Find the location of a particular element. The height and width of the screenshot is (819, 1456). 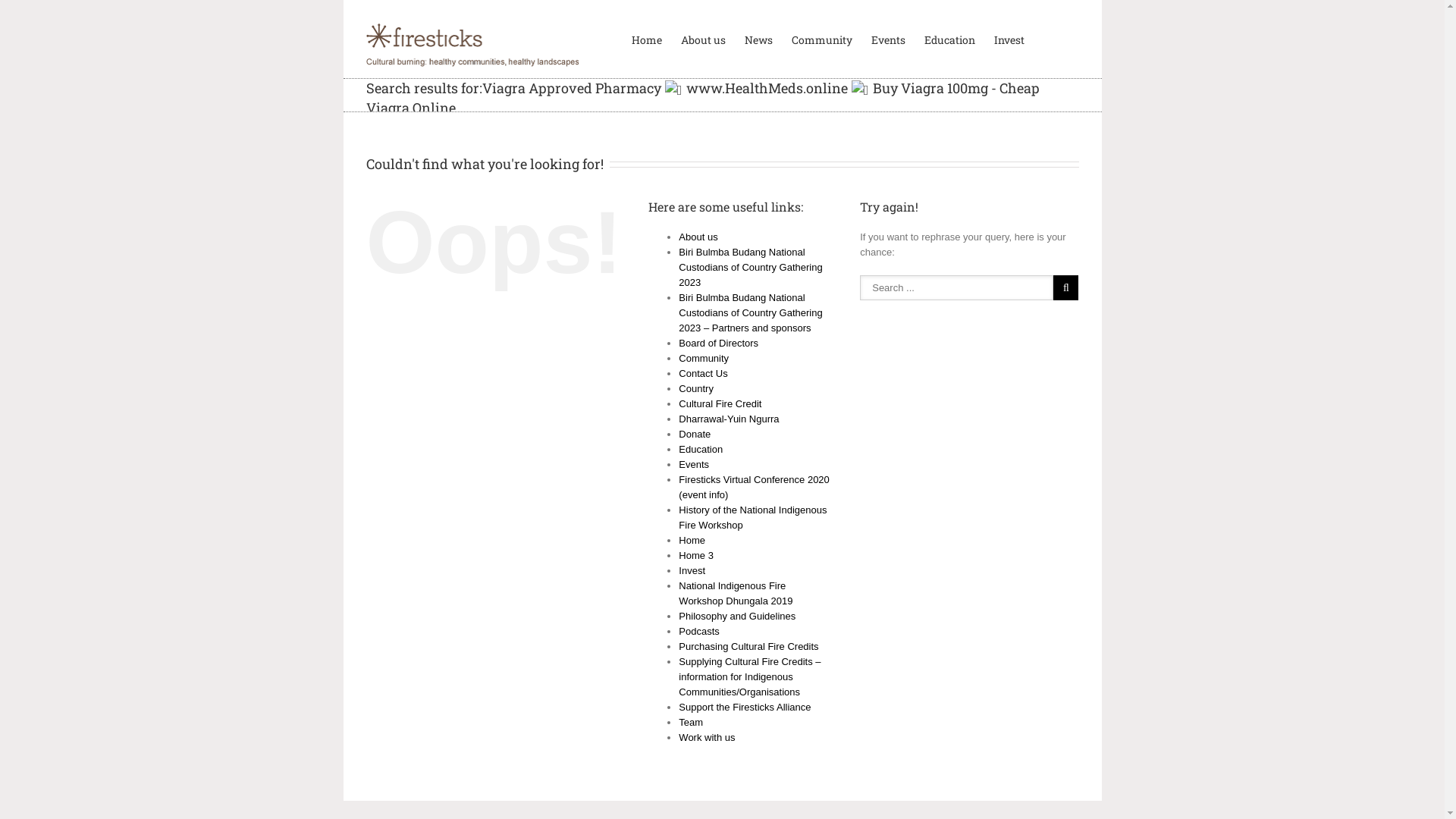

'Invest' is located at coordinates (691, 570).